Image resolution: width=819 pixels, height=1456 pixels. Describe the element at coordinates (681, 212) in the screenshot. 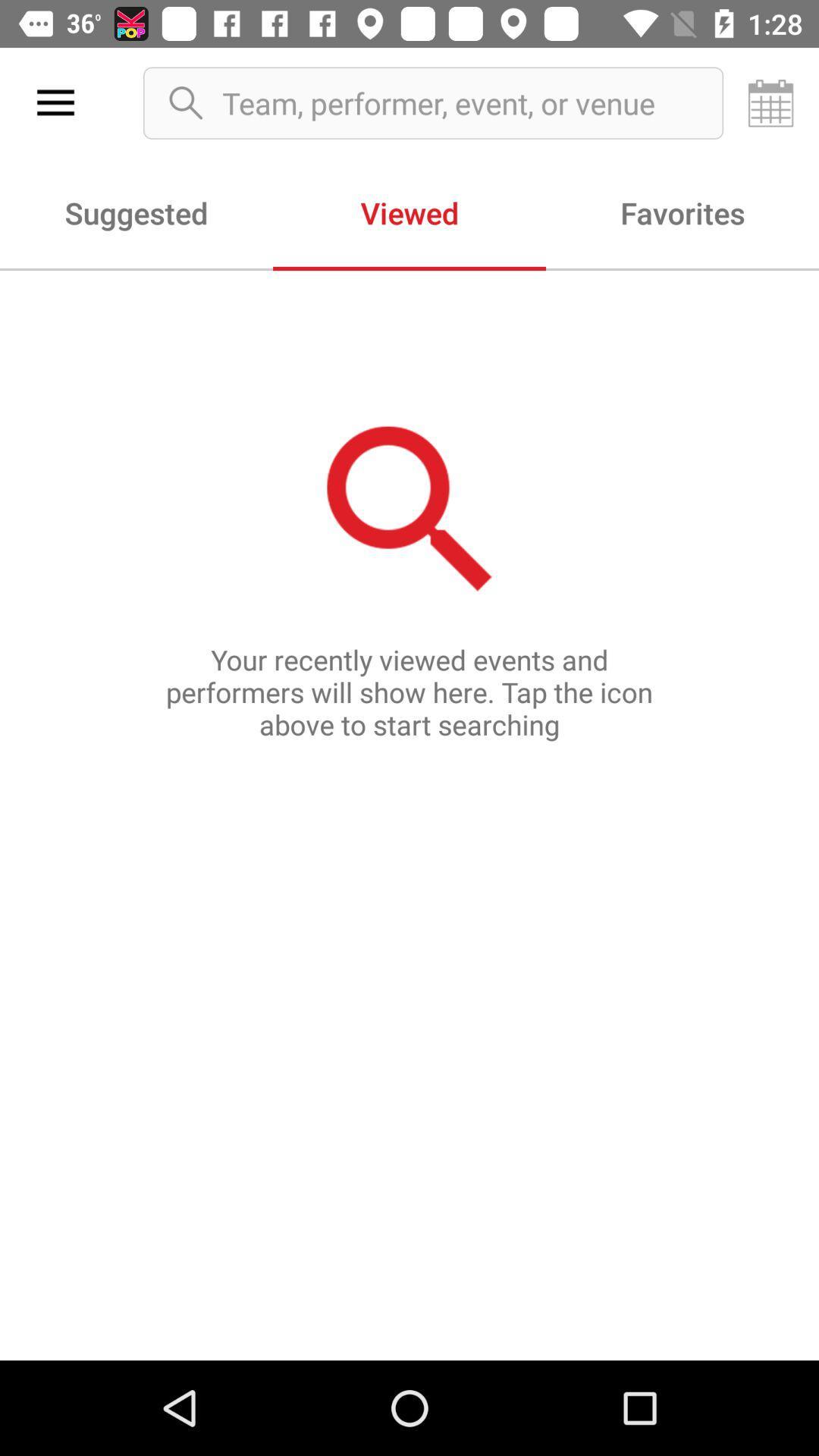

I see `favorites` at that location.